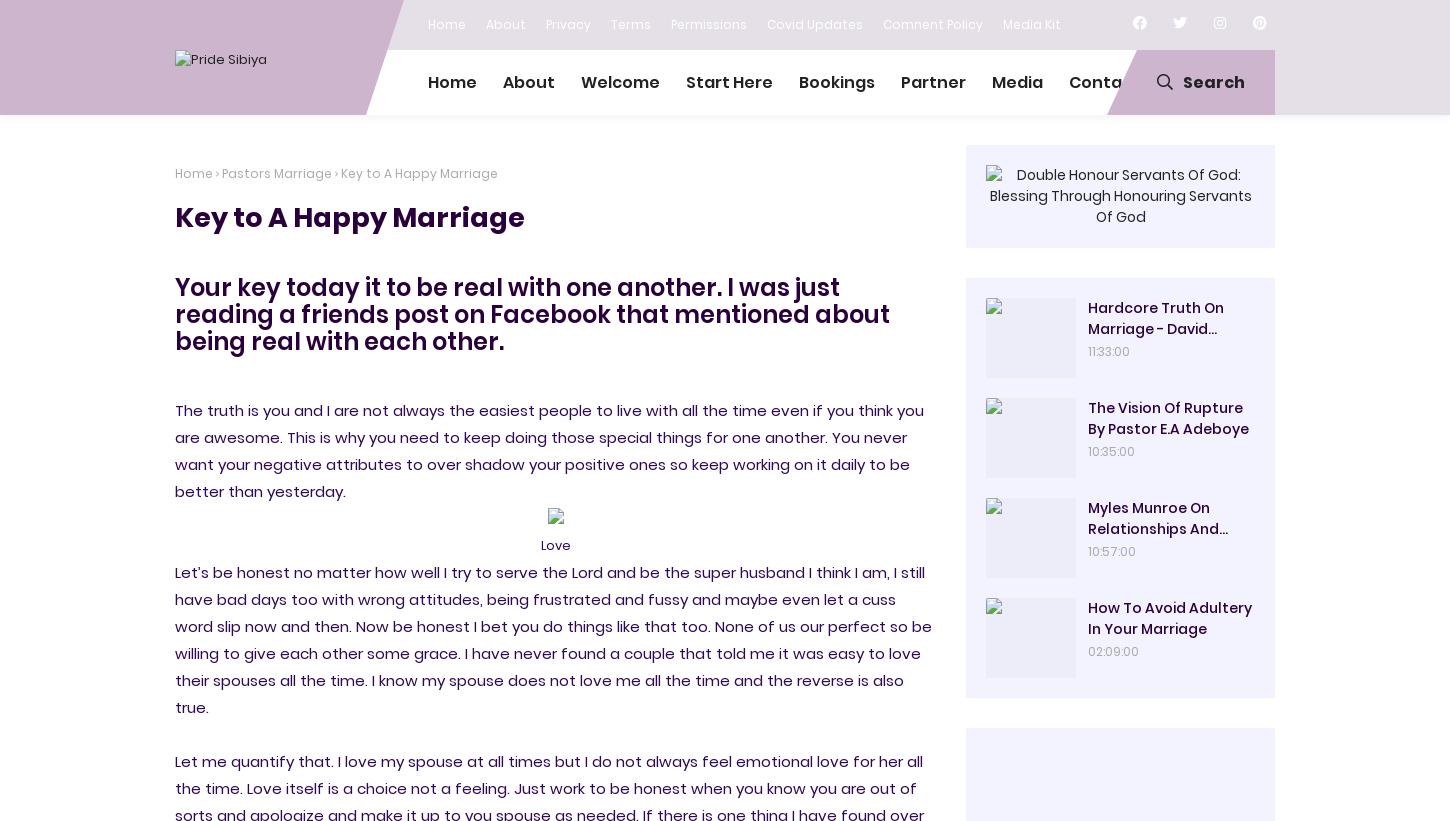 Image resolution: width=1450 pixels, height=821 pixels. What do you see at coordinates (1110, 451) in the screenshot?
I see `'10:35:00'` at bounding box center [1110, 451].